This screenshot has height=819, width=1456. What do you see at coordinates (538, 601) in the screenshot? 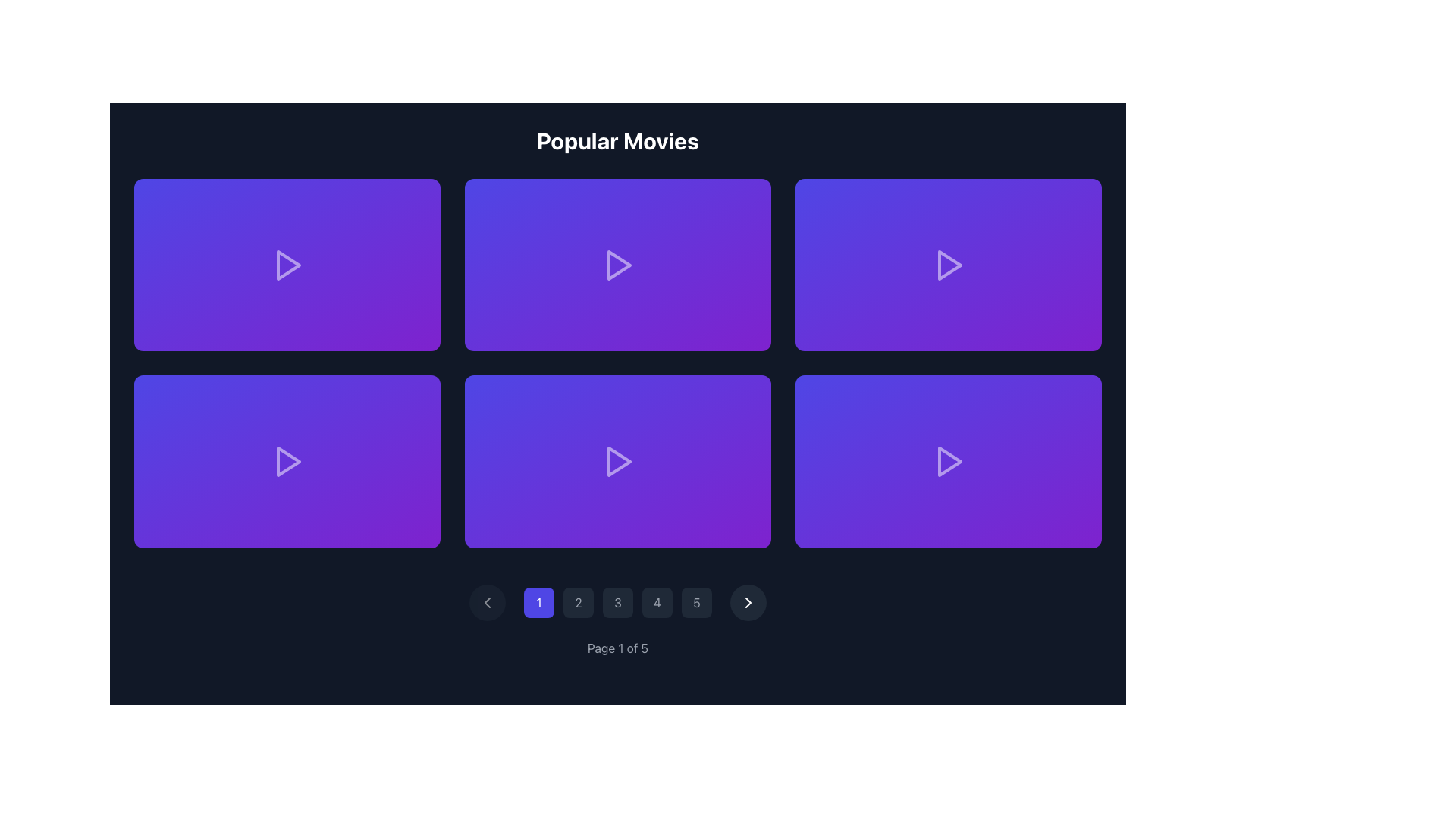
I see `the square button displaying the number '1' in white text on a vibrant indigo background` at bounding box center [538, 601].